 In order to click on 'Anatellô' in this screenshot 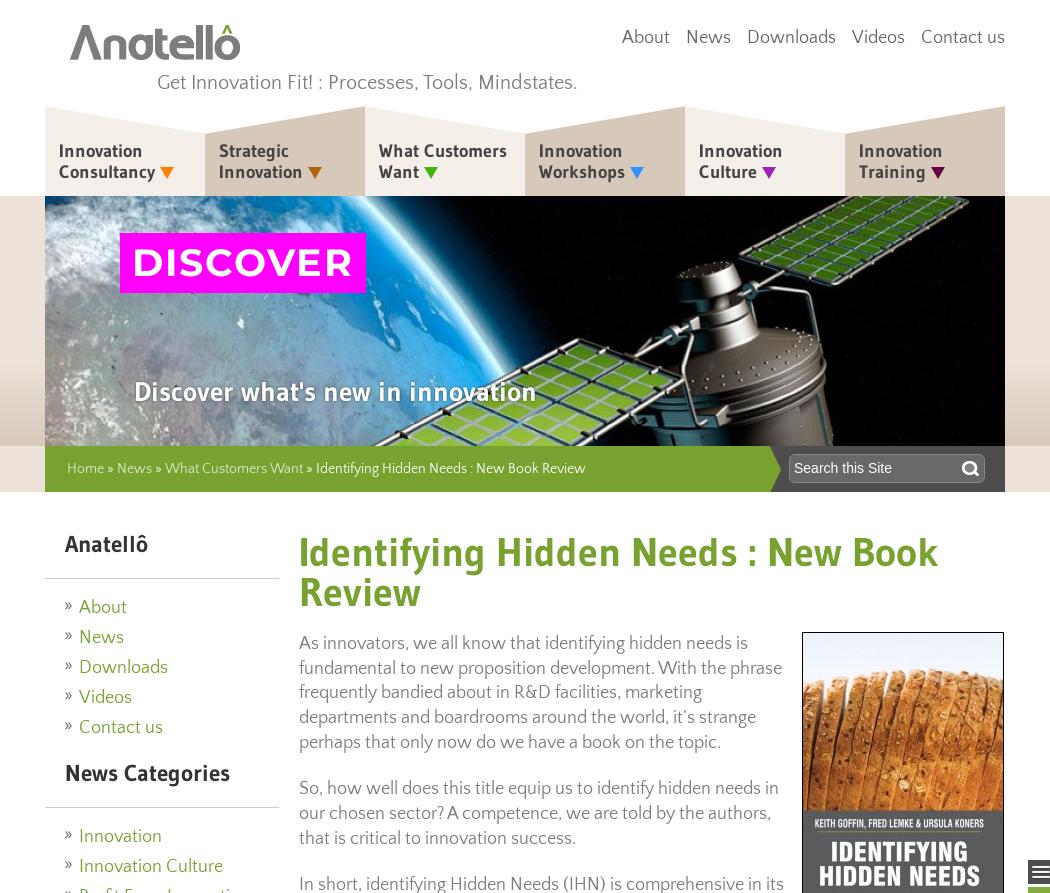, I will do `click(106, 542)`.